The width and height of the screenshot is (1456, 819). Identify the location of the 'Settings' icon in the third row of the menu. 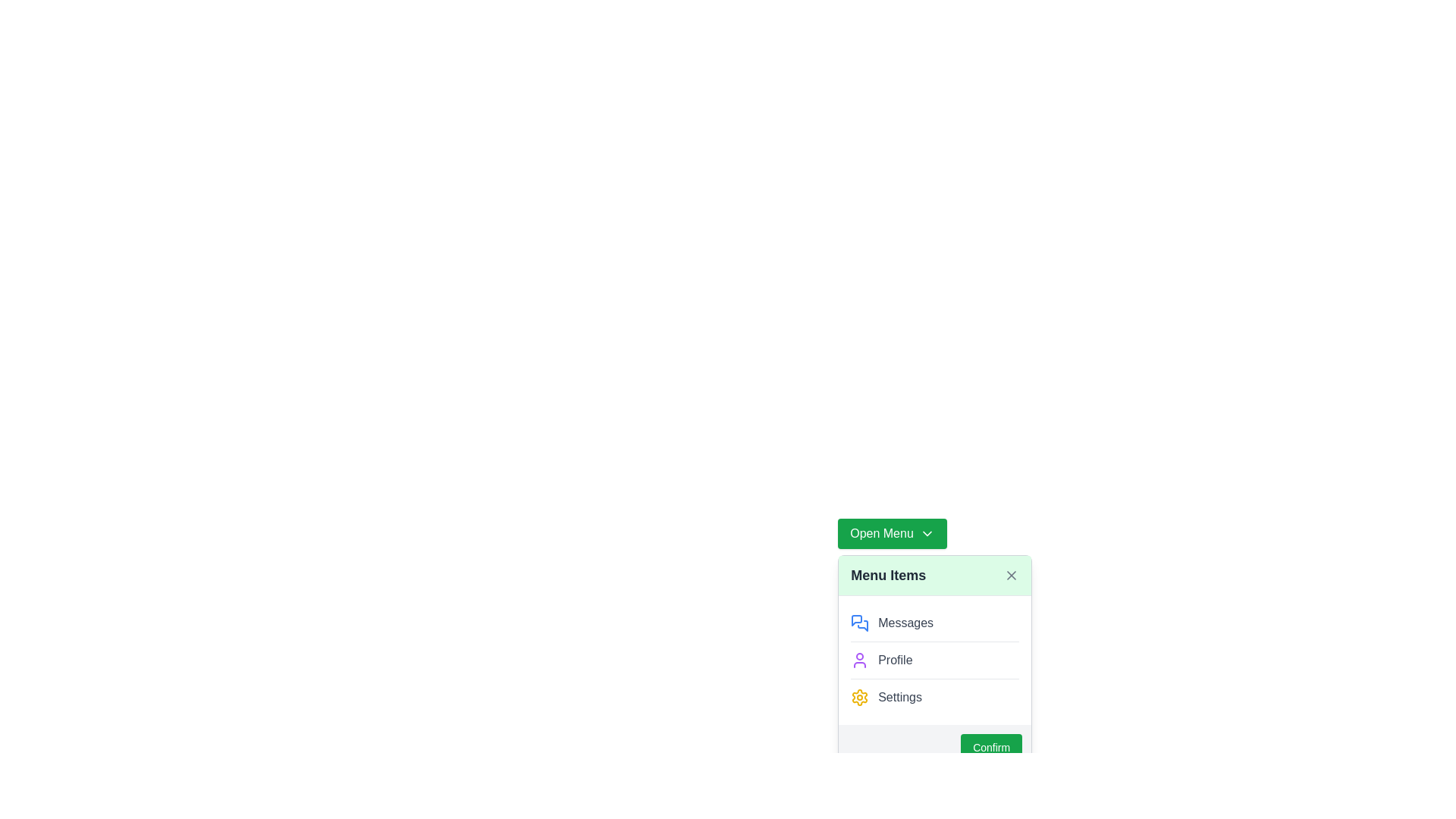
(860, 698).